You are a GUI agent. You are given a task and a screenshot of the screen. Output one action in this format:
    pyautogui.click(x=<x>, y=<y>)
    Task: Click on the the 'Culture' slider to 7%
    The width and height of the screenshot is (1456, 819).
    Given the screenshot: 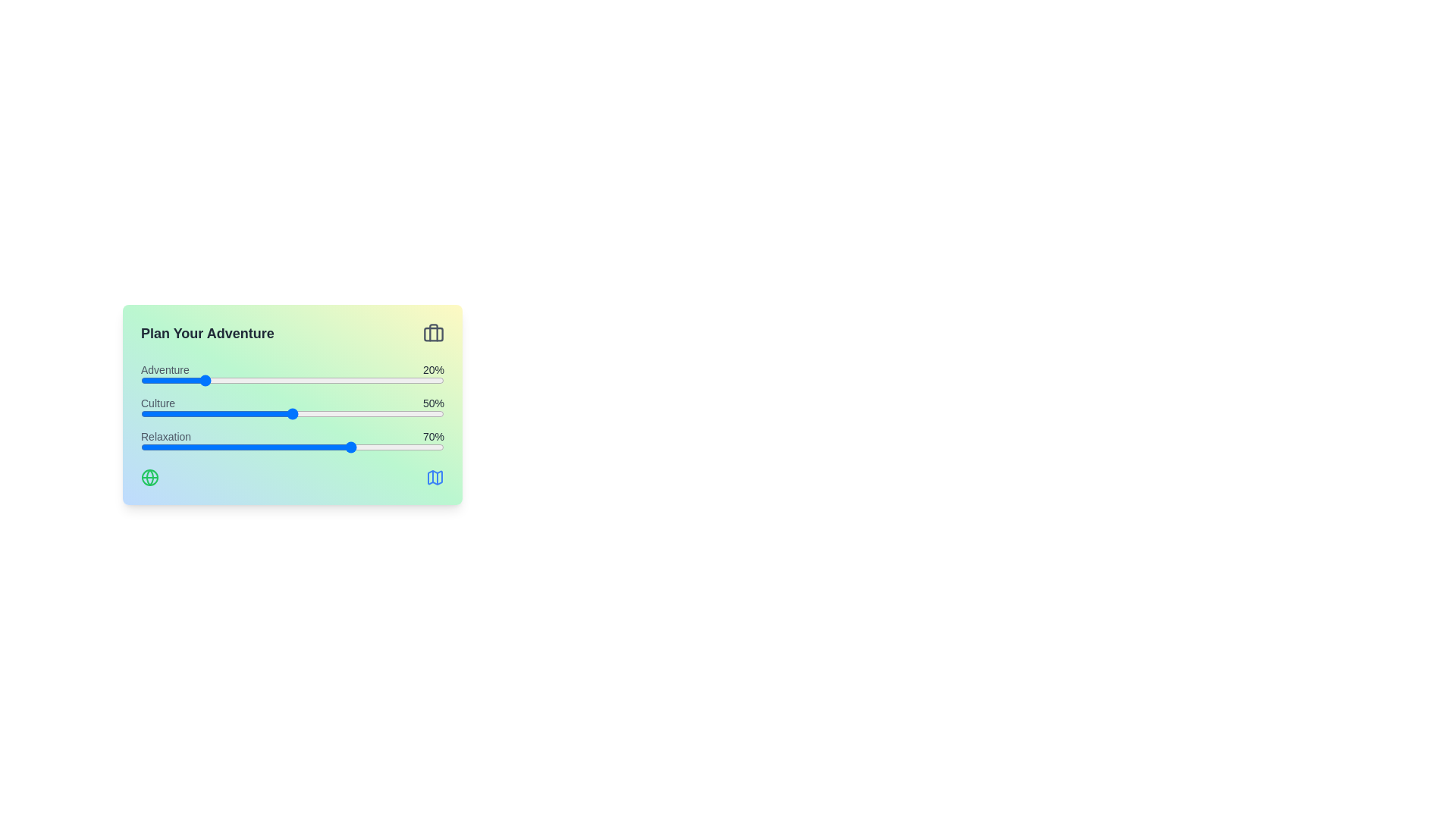 What is the action you would take?
    pyautogui.click(x=162, y=414)
    